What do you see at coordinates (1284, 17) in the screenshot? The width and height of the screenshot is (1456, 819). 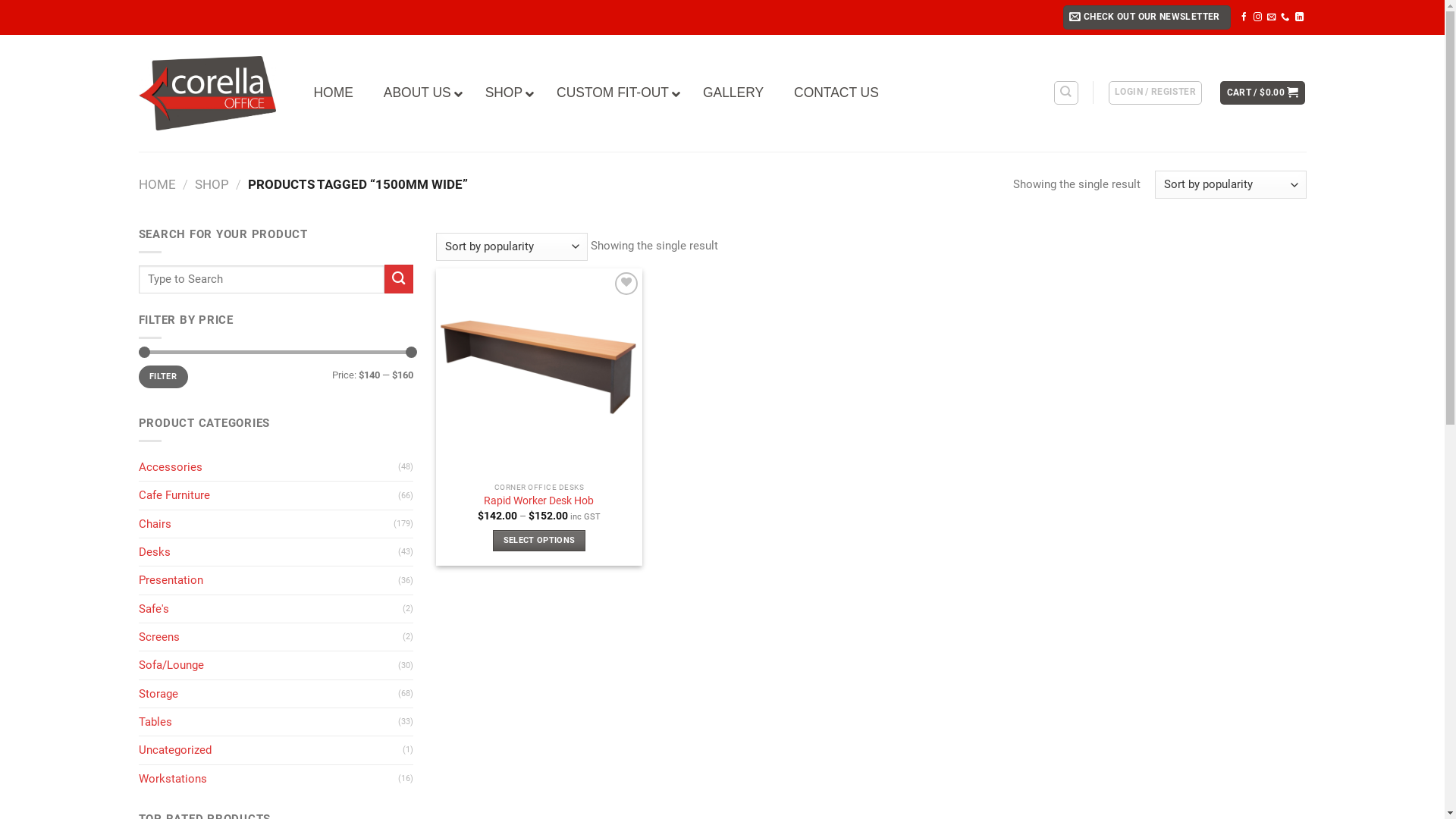 I see `'Call us'` at bounding box center [1284, 17].